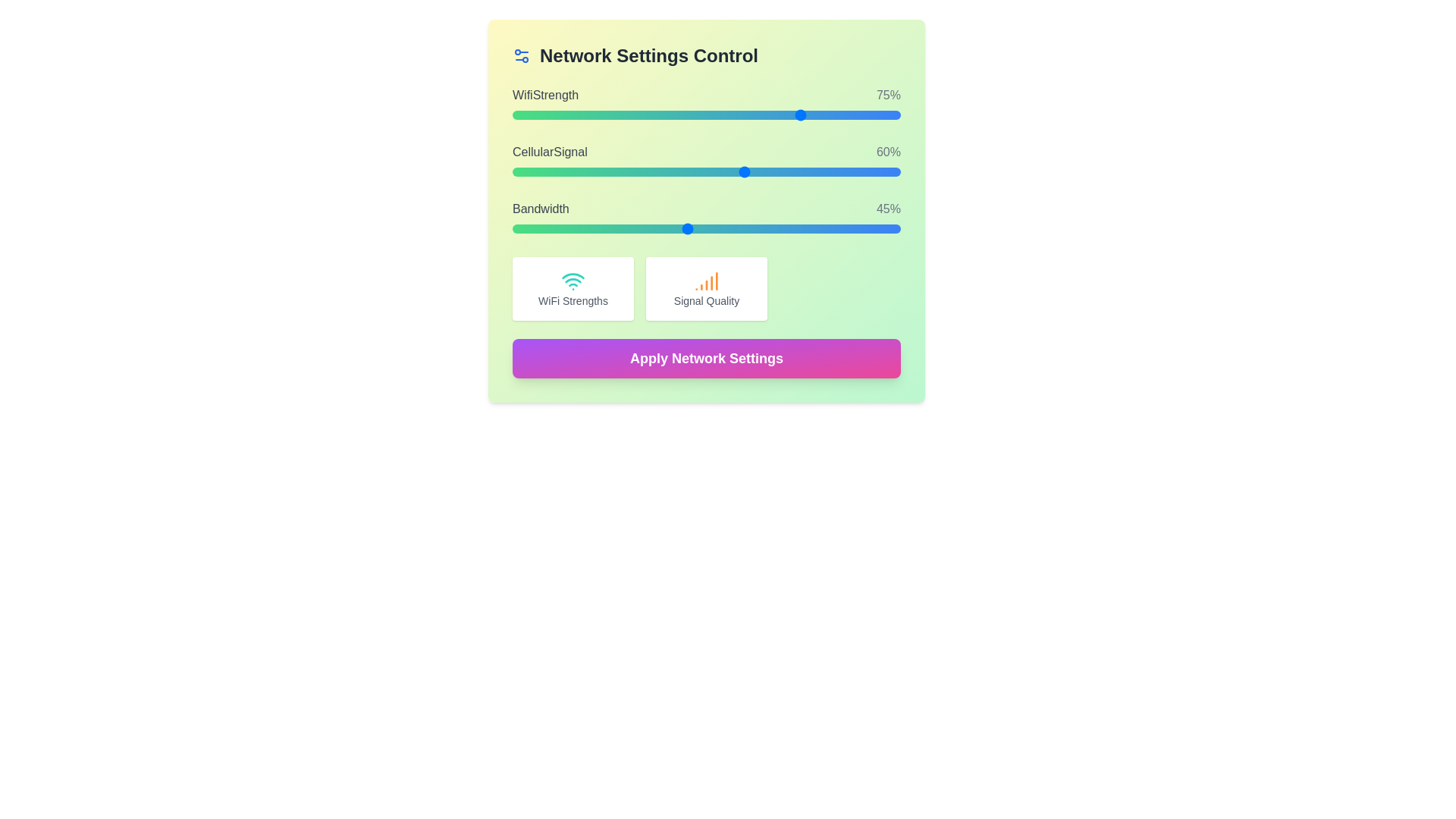  What do you see at coordinates (888, 152) in the screenshot?
I see `the numeric percentage value '60%' displayed in light gray font, located in the second row of the settings control interface, aligned to the right of the 'CellularSignal' label and slider component` at bounding box center [888, 152].